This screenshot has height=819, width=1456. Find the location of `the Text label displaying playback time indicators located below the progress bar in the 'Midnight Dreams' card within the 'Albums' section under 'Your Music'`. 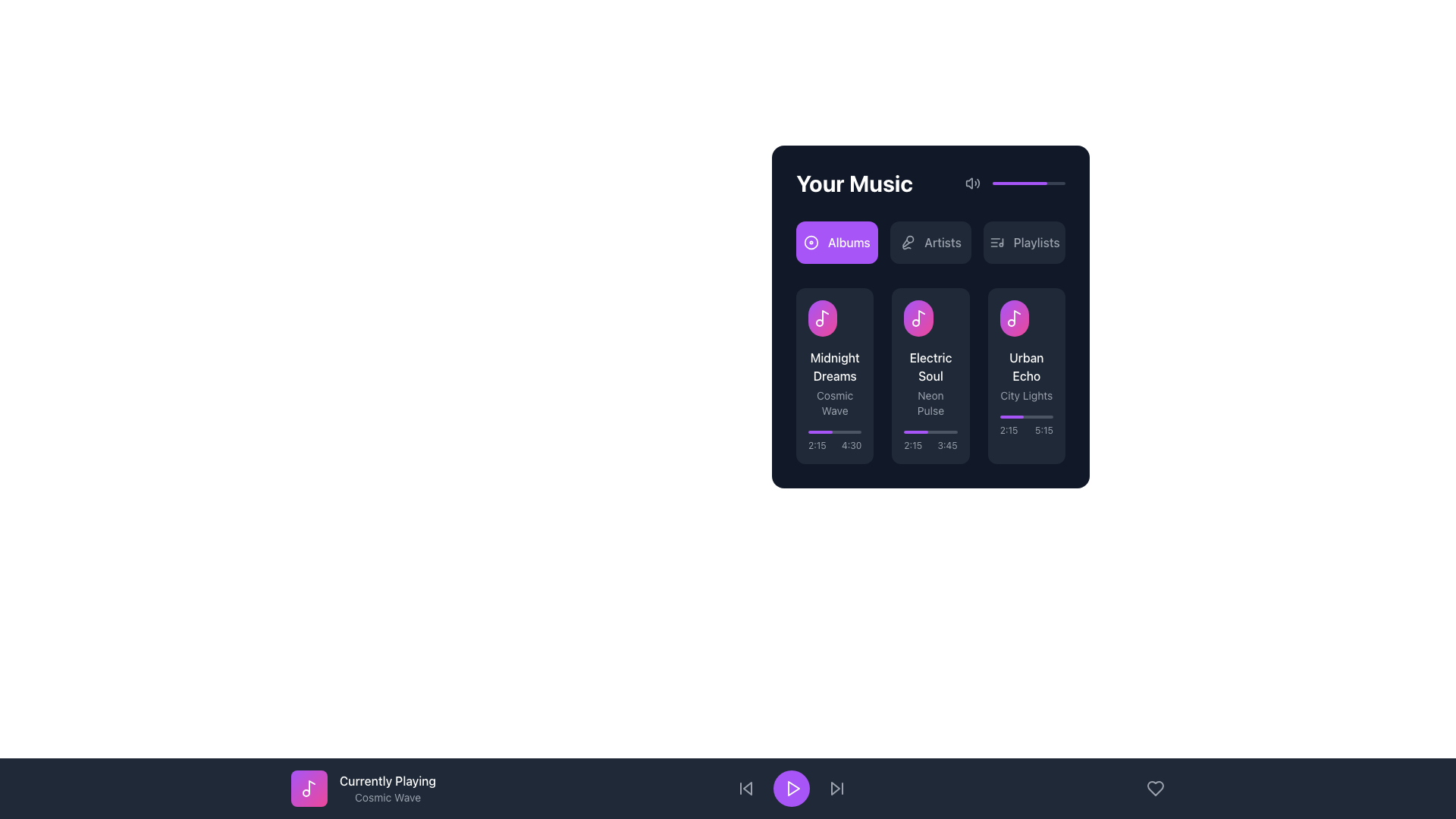

the Text label displaying playback time indicators located below the progress bar in the 'Midnight Dreams' card within the 'Albums' section under 'Your Music' is located at coordinates (834, 444).